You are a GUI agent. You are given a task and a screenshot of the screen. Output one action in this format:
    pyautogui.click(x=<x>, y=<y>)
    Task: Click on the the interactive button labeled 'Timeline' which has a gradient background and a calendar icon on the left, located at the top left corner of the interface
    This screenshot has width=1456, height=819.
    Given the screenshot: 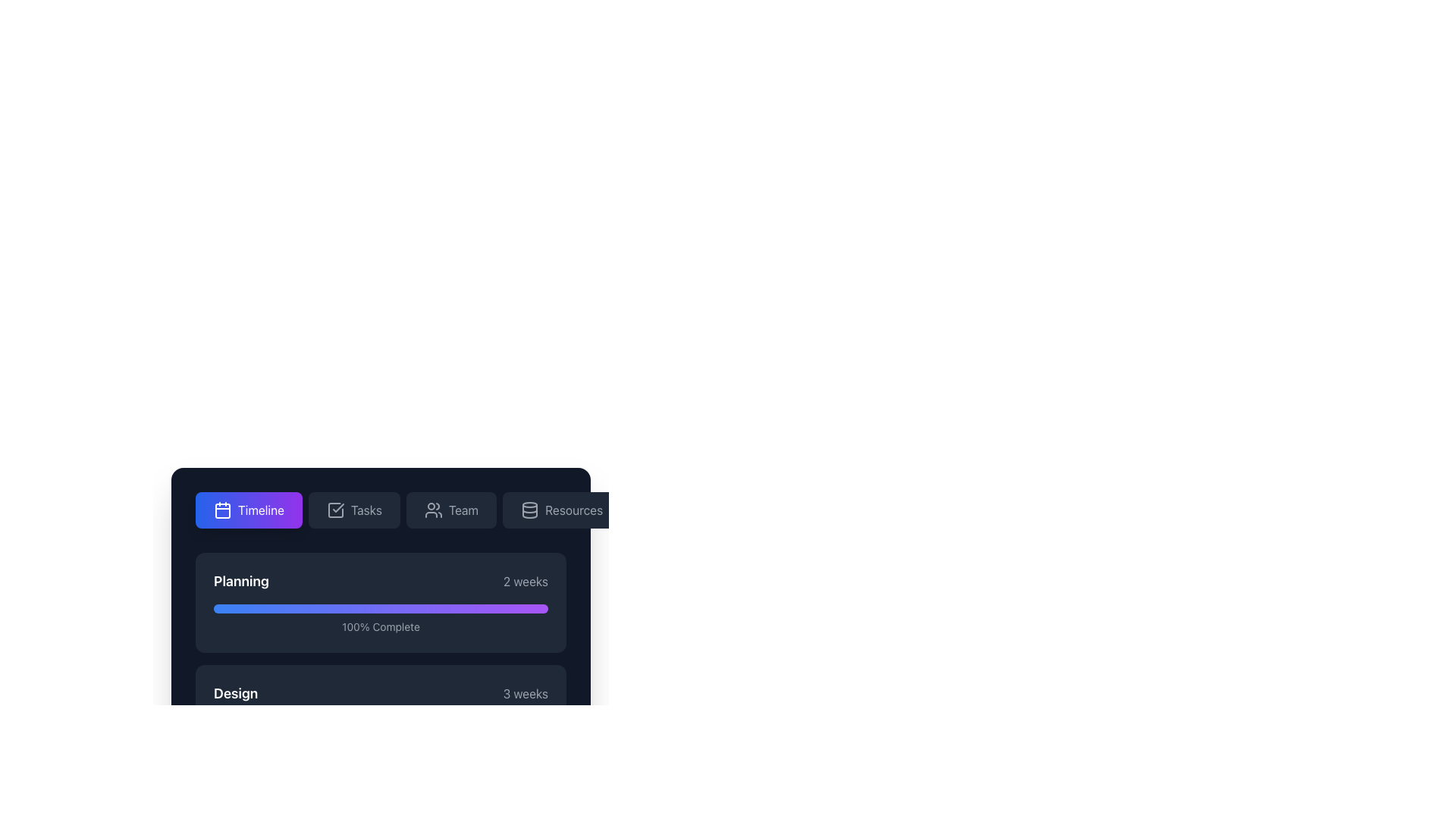 What is the action you would take?
    pyautogui.click(x=261, y=510)
    